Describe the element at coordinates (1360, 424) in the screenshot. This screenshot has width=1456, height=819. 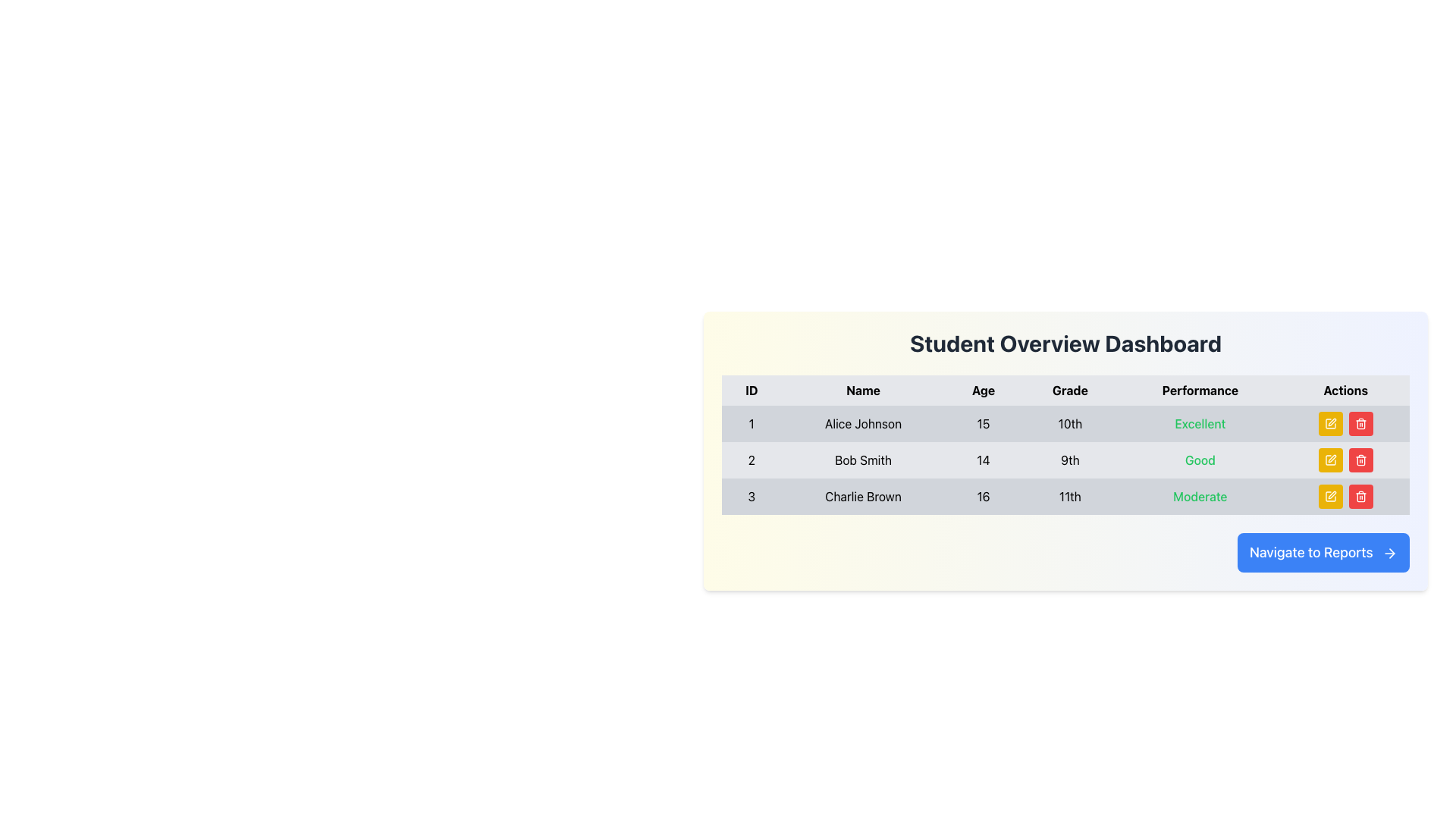
I see `the delete icon button located in the 'Actions' column of the third row representing 'Charlie Brown'` at that location.